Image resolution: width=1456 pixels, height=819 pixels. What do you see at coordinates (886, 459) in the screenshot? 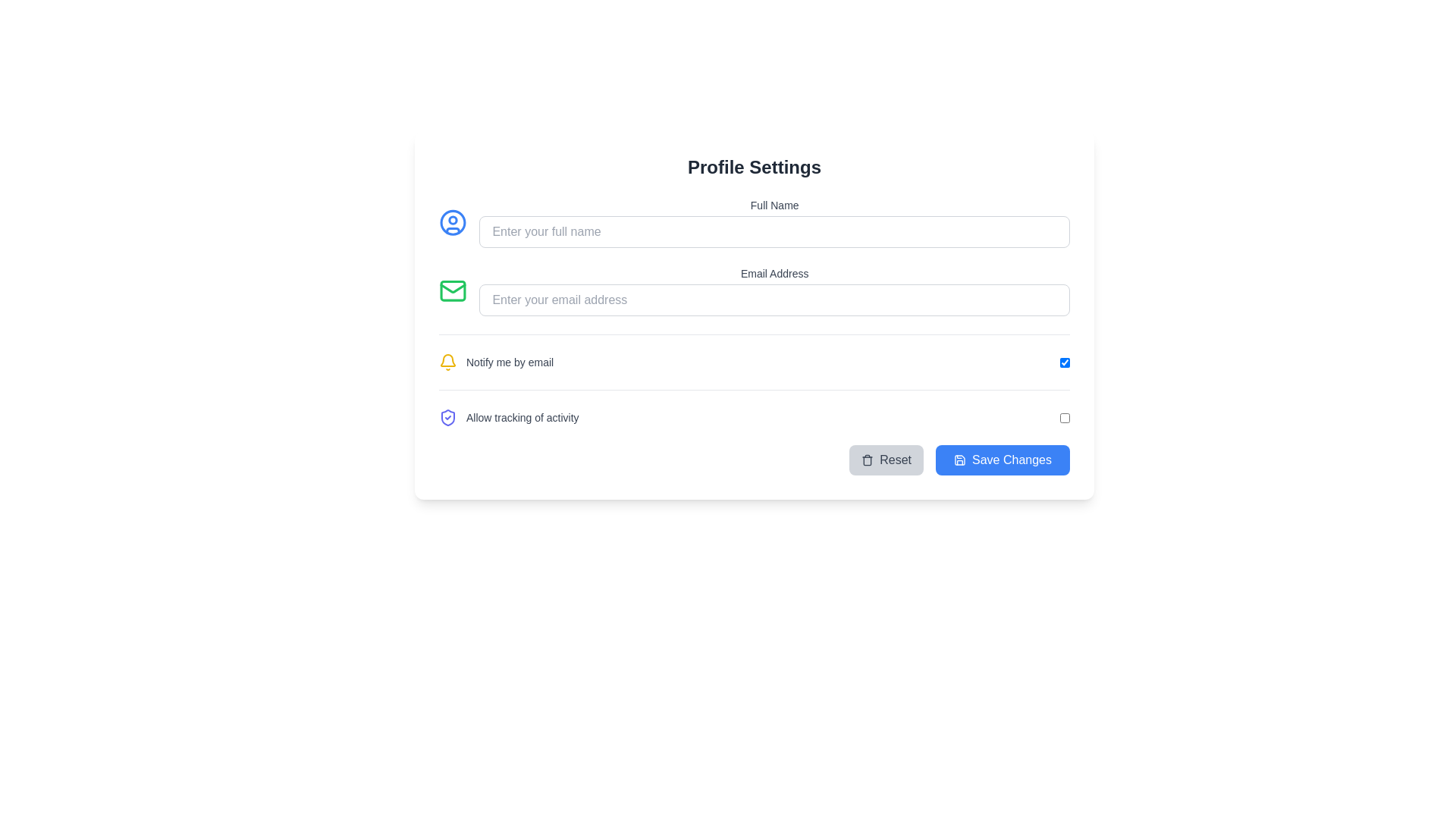
I see `the reset button located at the bottom-right corner of the form, which is the first button on the left in the group of buttons, to reset the form inputs to their default values` at bounding box center [886, 459].